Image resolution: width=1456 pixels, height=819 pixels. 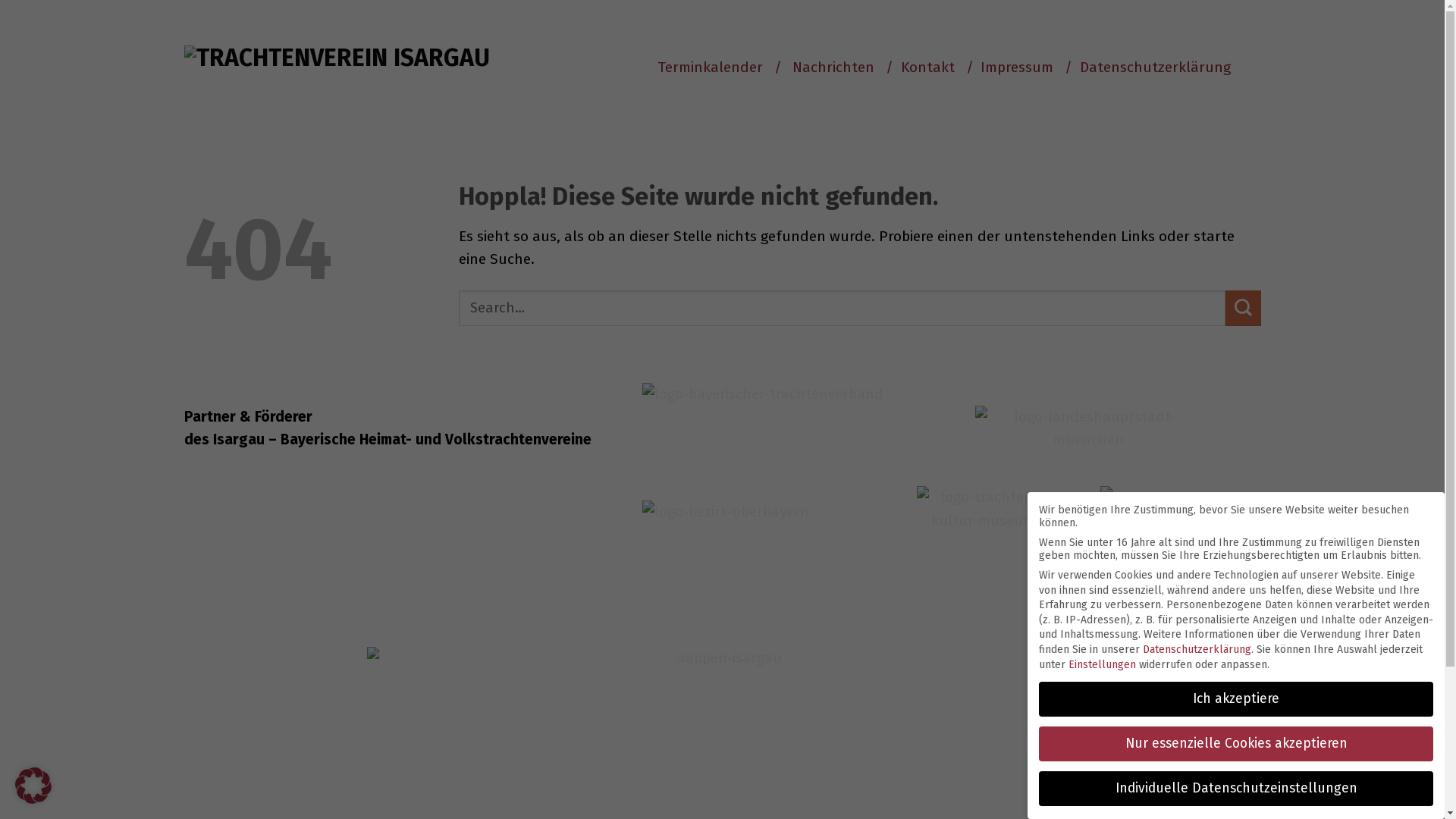 I want to click on 'Einstellungen', so click(x=1068, y=664).